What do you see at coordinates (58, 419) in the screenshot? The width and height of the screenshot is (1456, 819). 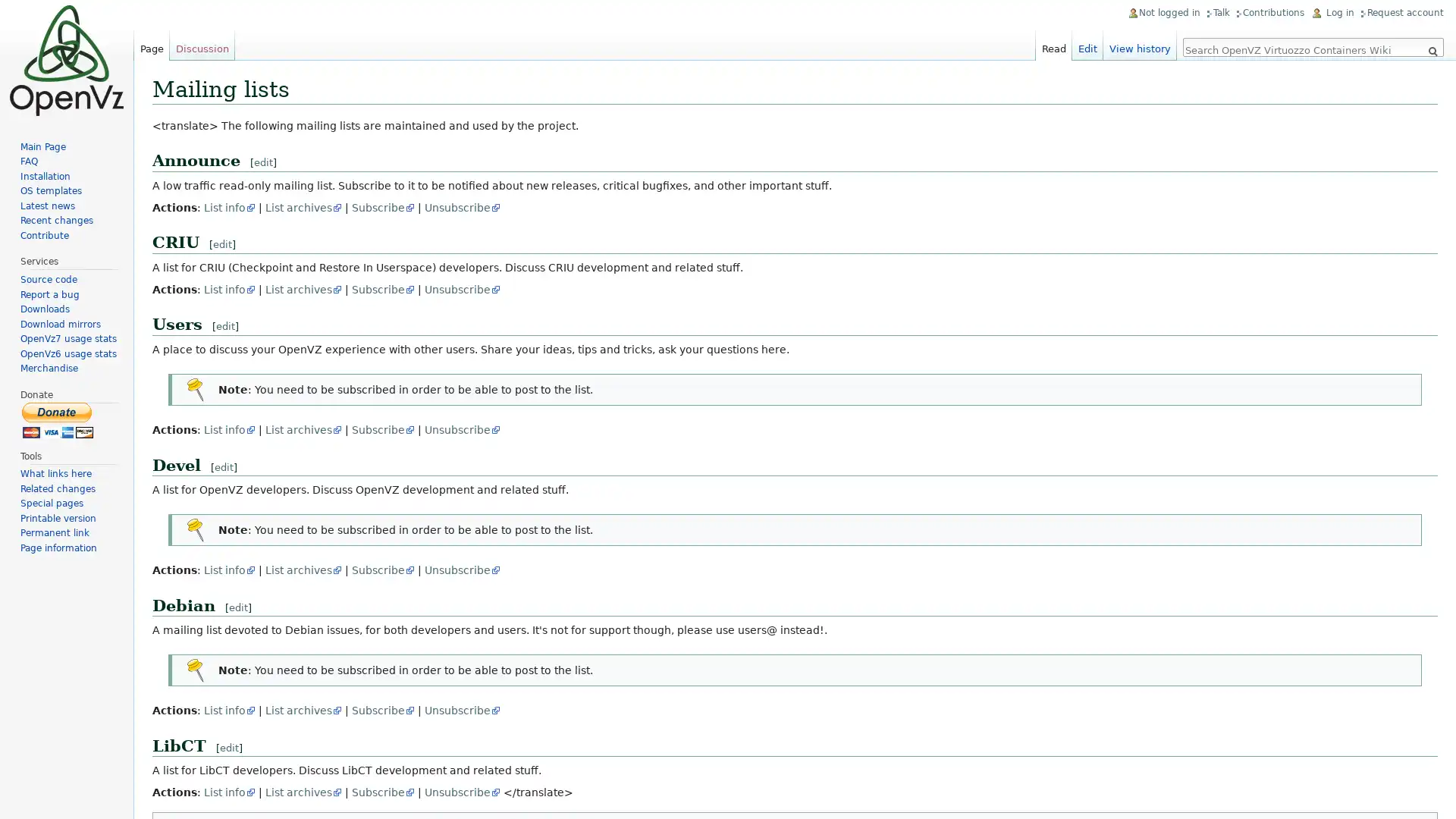 I see `PayPal - The safer, easier way to pay online!` at bounding box center [58, 419].